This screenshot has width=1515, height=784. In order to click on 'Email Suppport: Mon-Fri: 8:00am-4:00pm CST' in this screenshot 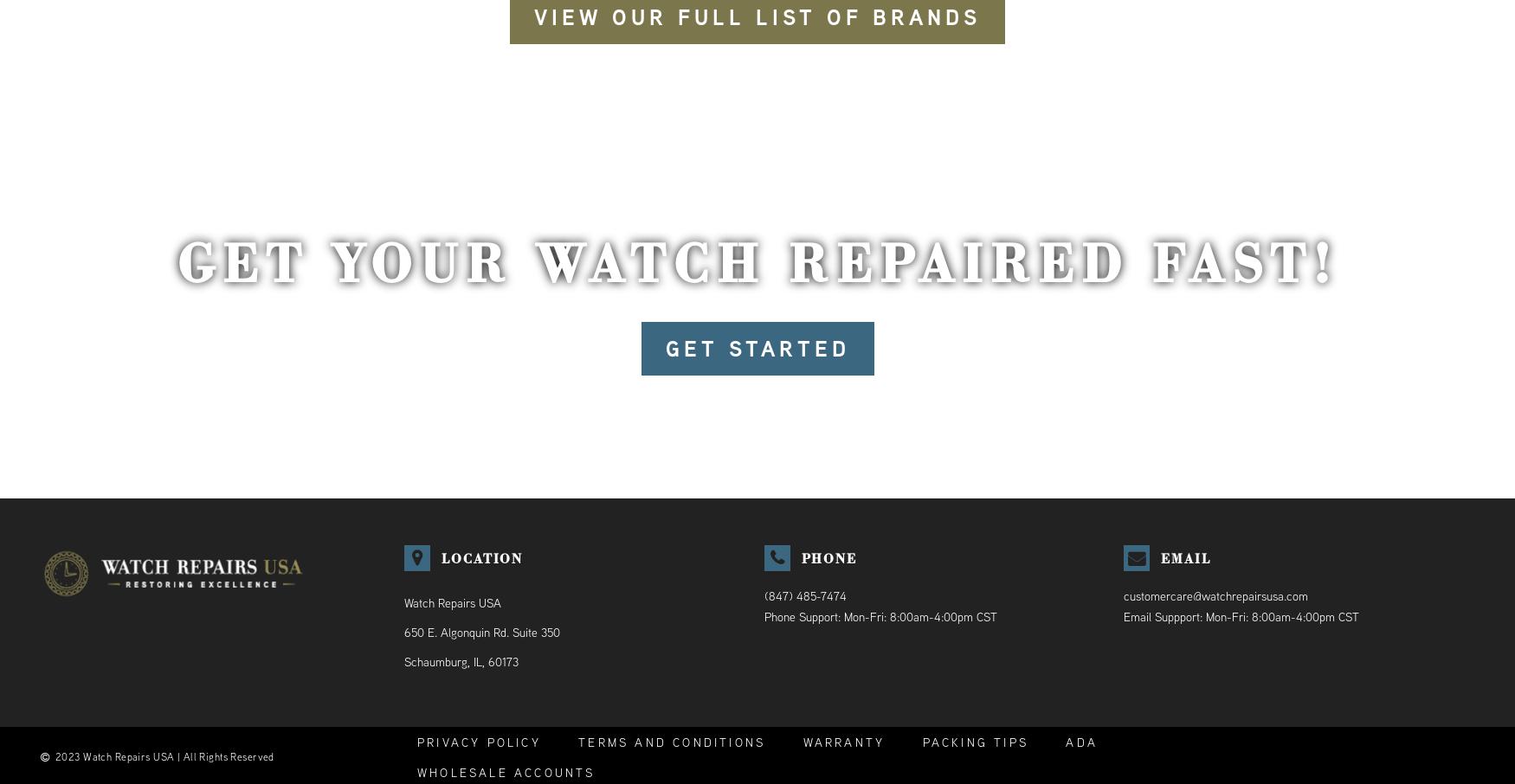, I will do `click(1240, 617)`.